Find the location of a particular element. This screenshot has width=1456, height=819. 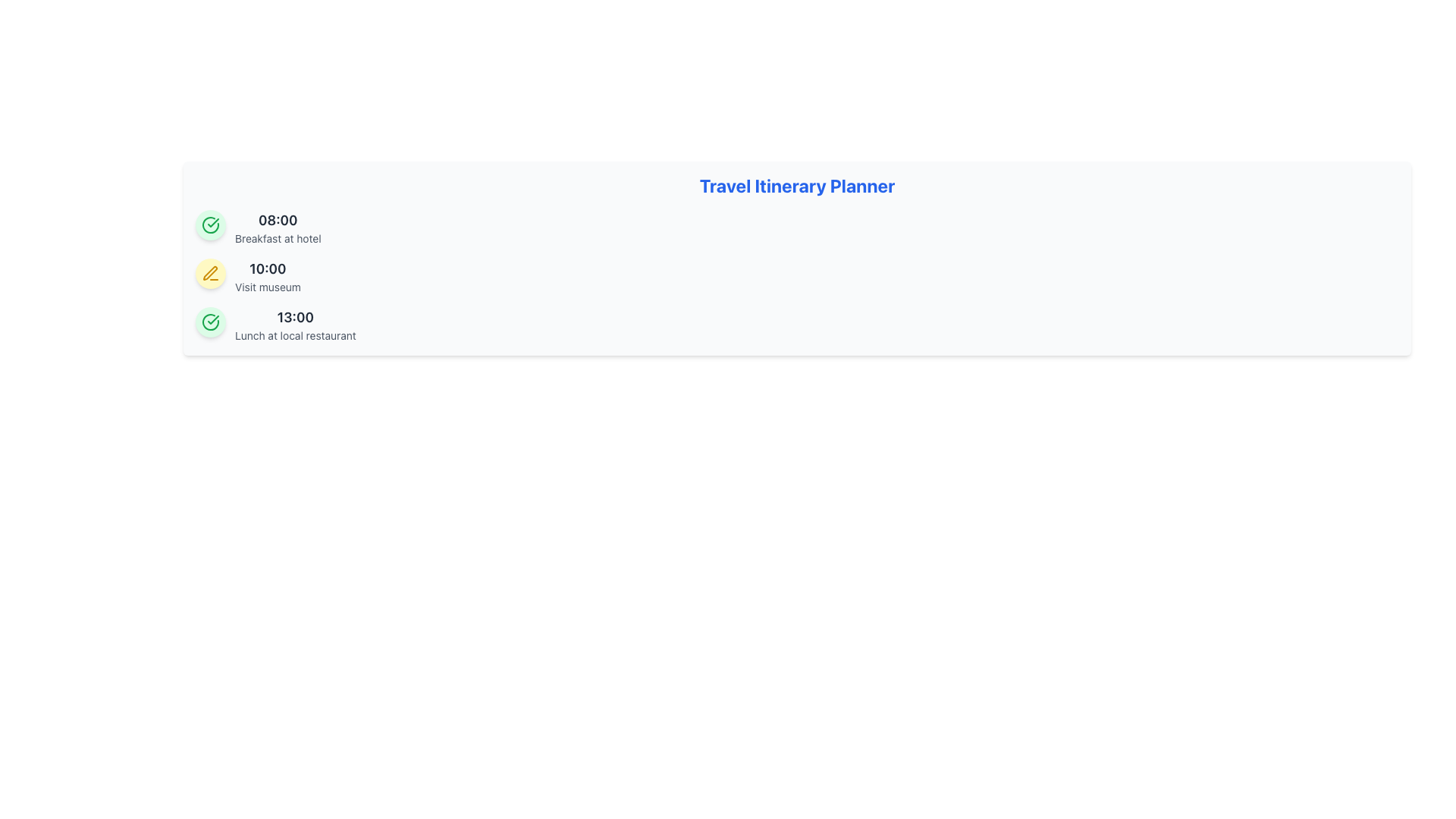

the status indicator icon located to the left of the text entry '13:00 Lunch at local restaurant' in the third row of the scheduled items list is located at coordinates (210, 321).